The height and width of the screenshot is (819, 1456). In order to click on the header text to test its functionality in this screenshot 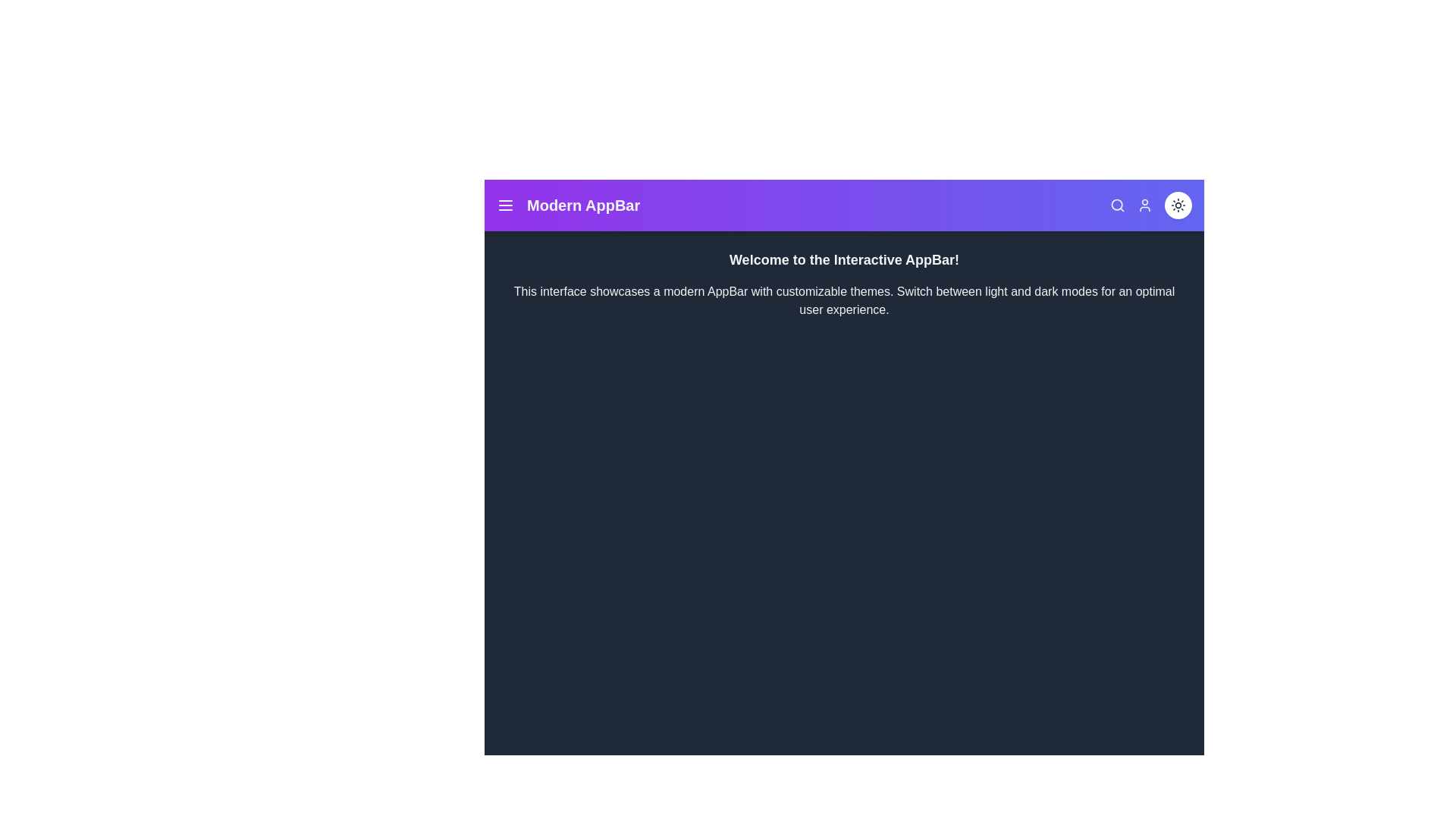, I will do `click(582, 205)`.